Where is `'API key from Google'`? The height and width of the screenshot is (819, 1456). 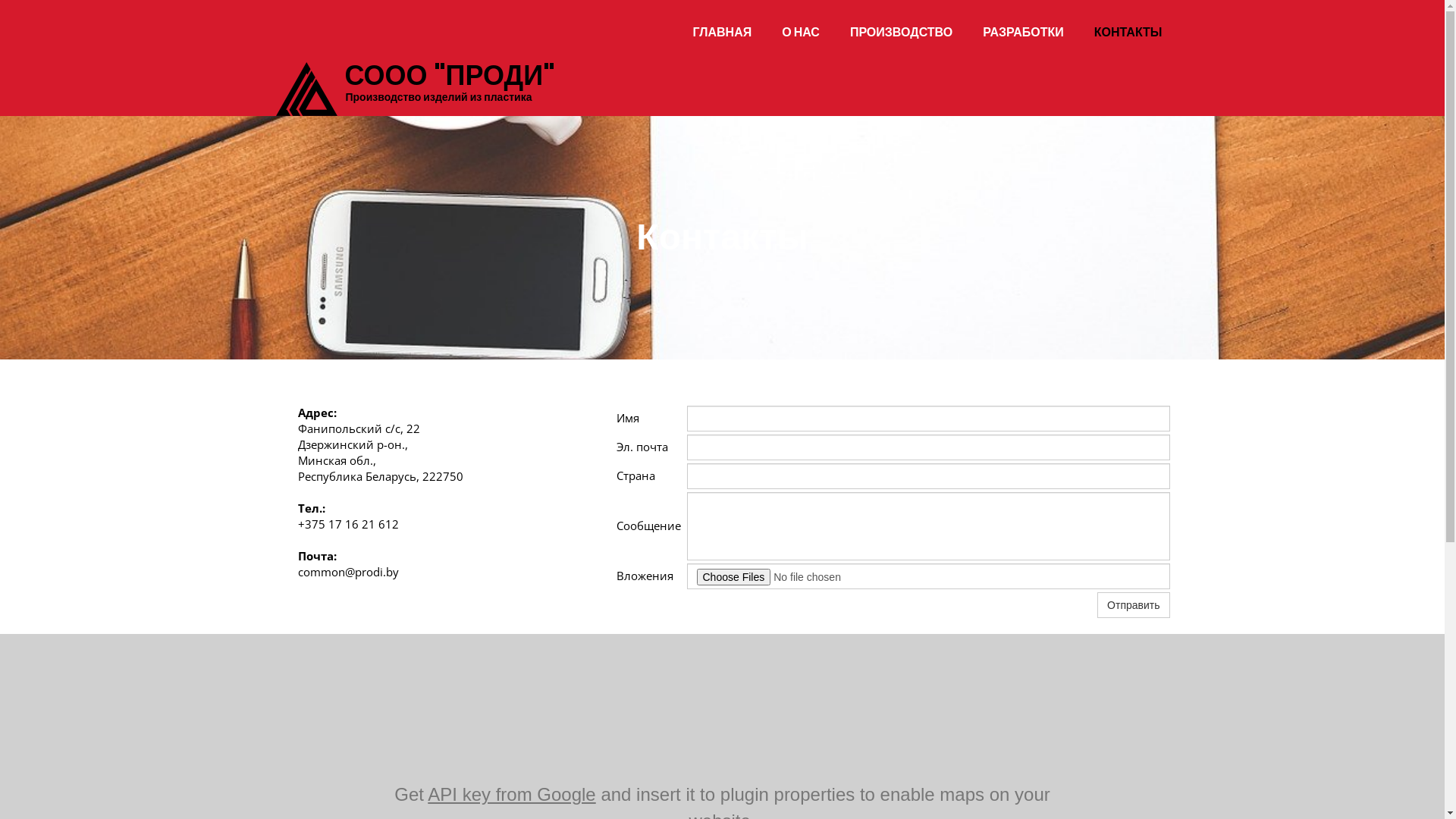 'API key from Google' is located at coordinates (427, 793).